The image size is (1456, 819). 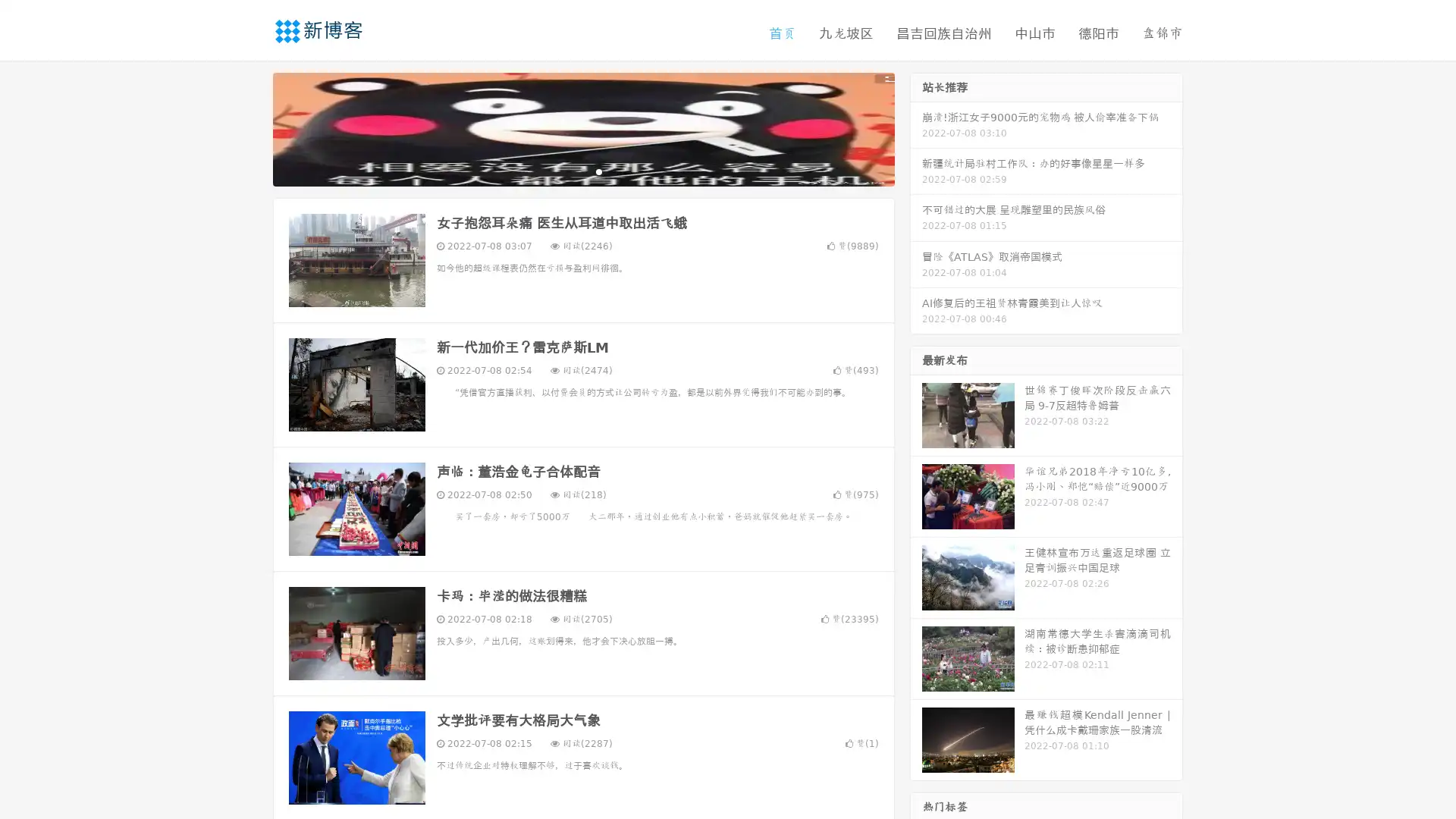 I want to click on Go to slide 3, so click(x=598, y=171).